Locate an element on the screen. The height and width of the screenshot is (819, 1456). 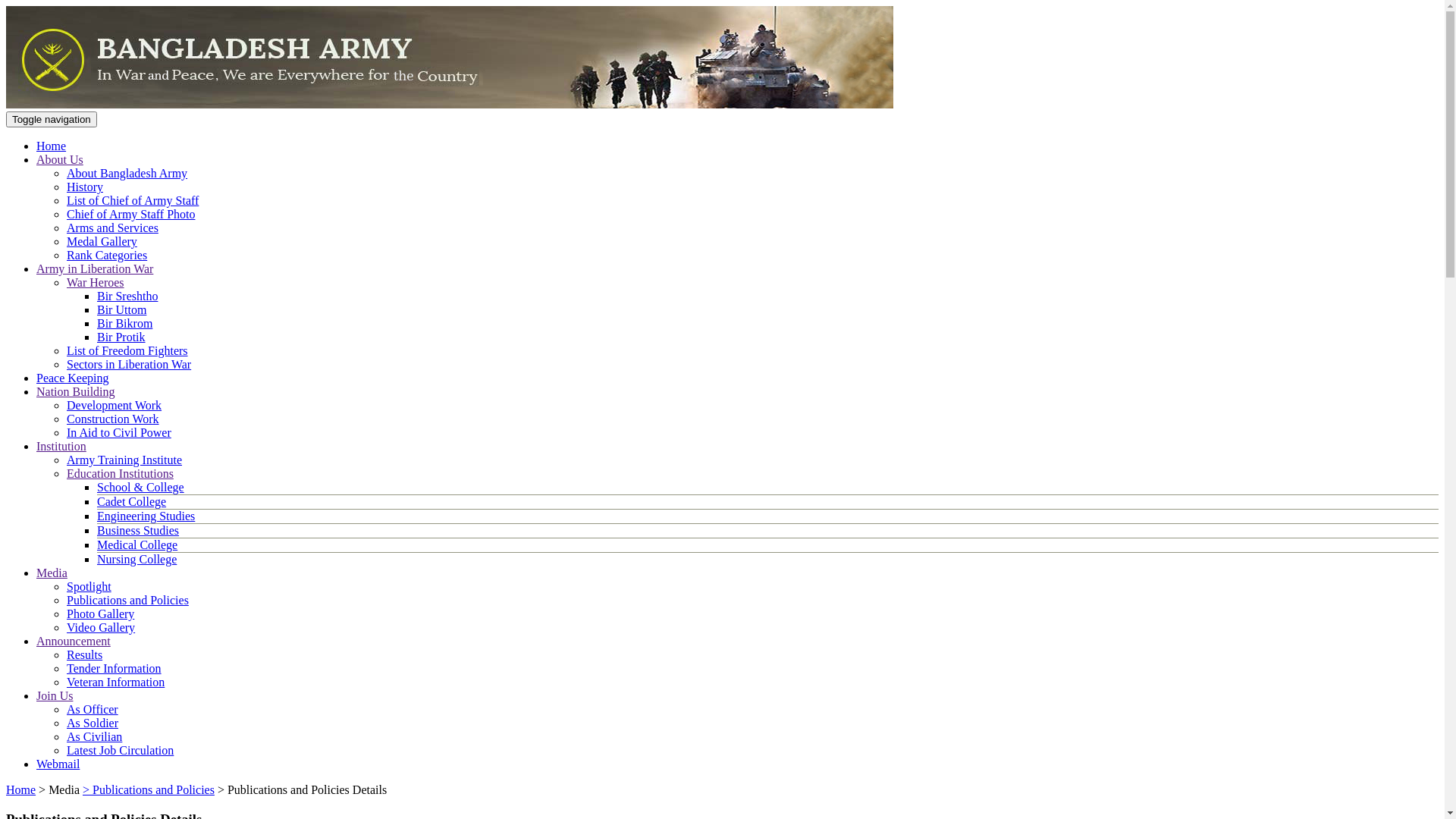
'Education Institutions' is located at coordinates (119, 472).